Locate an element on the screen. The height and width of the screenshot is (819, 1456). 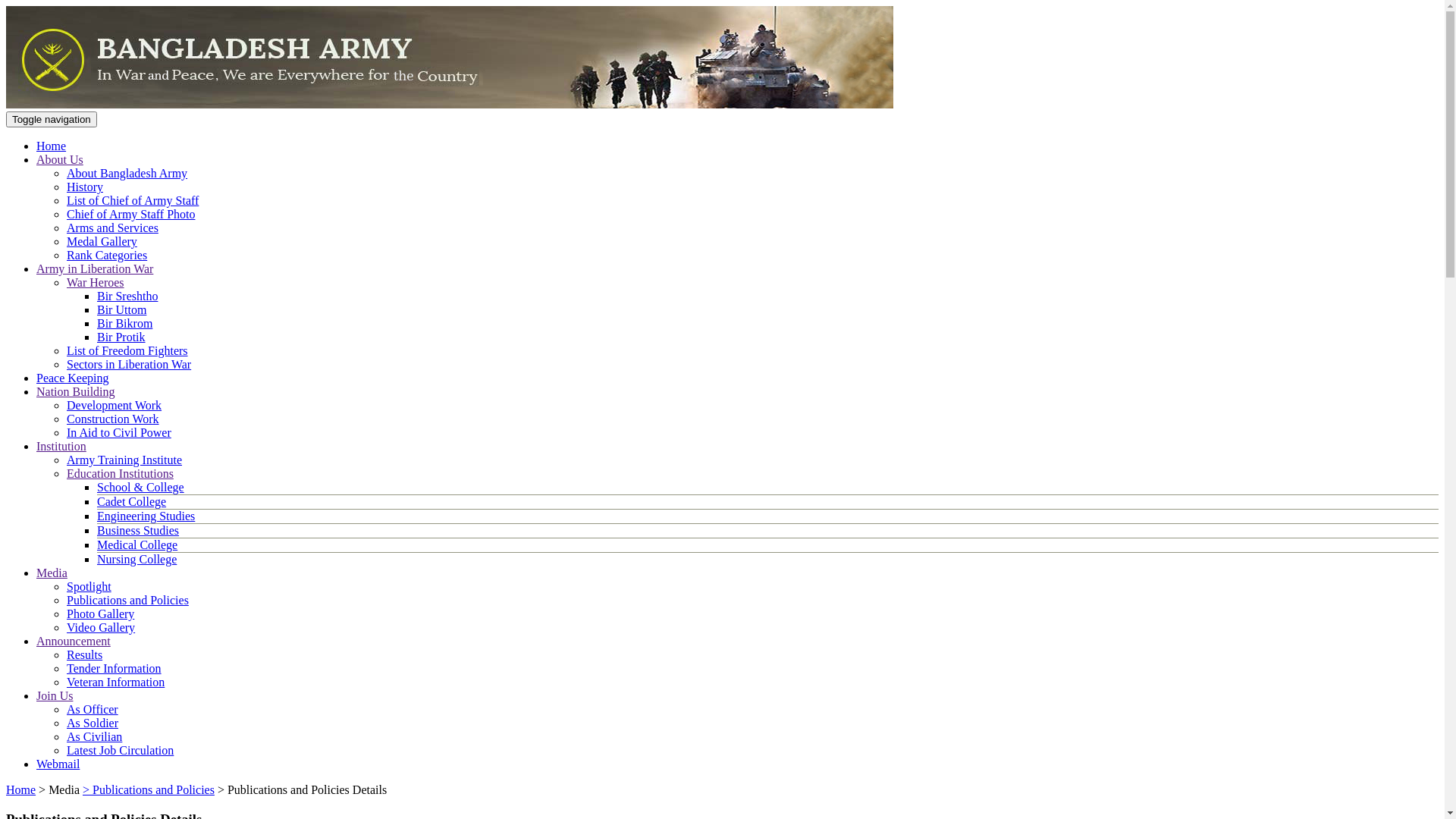
'Education Institutions' is located at coordinates (119, 472).